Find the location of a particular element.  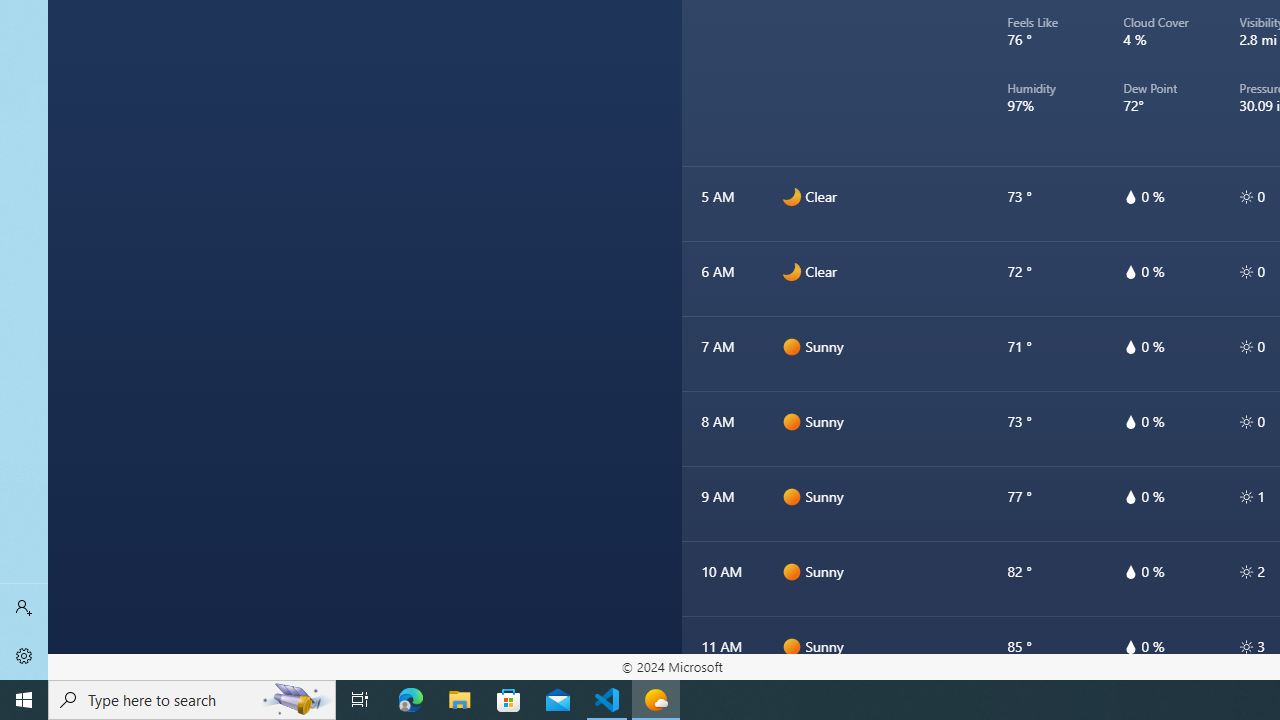

'Sign in' is located at coordinates (24, 607).